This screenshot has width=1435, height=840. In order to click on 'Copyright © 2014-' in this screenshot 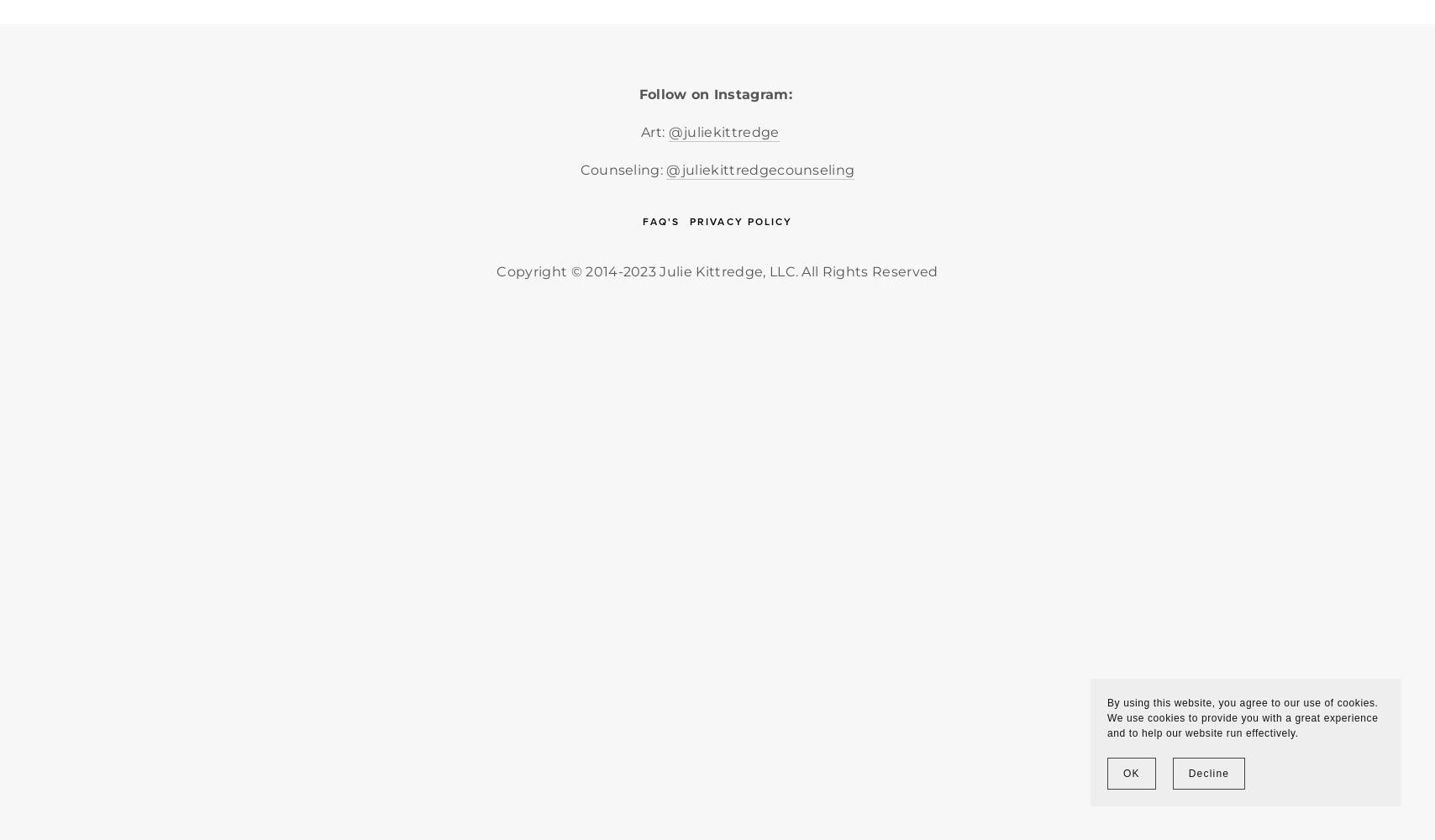, I will do `click(559, 270)`.